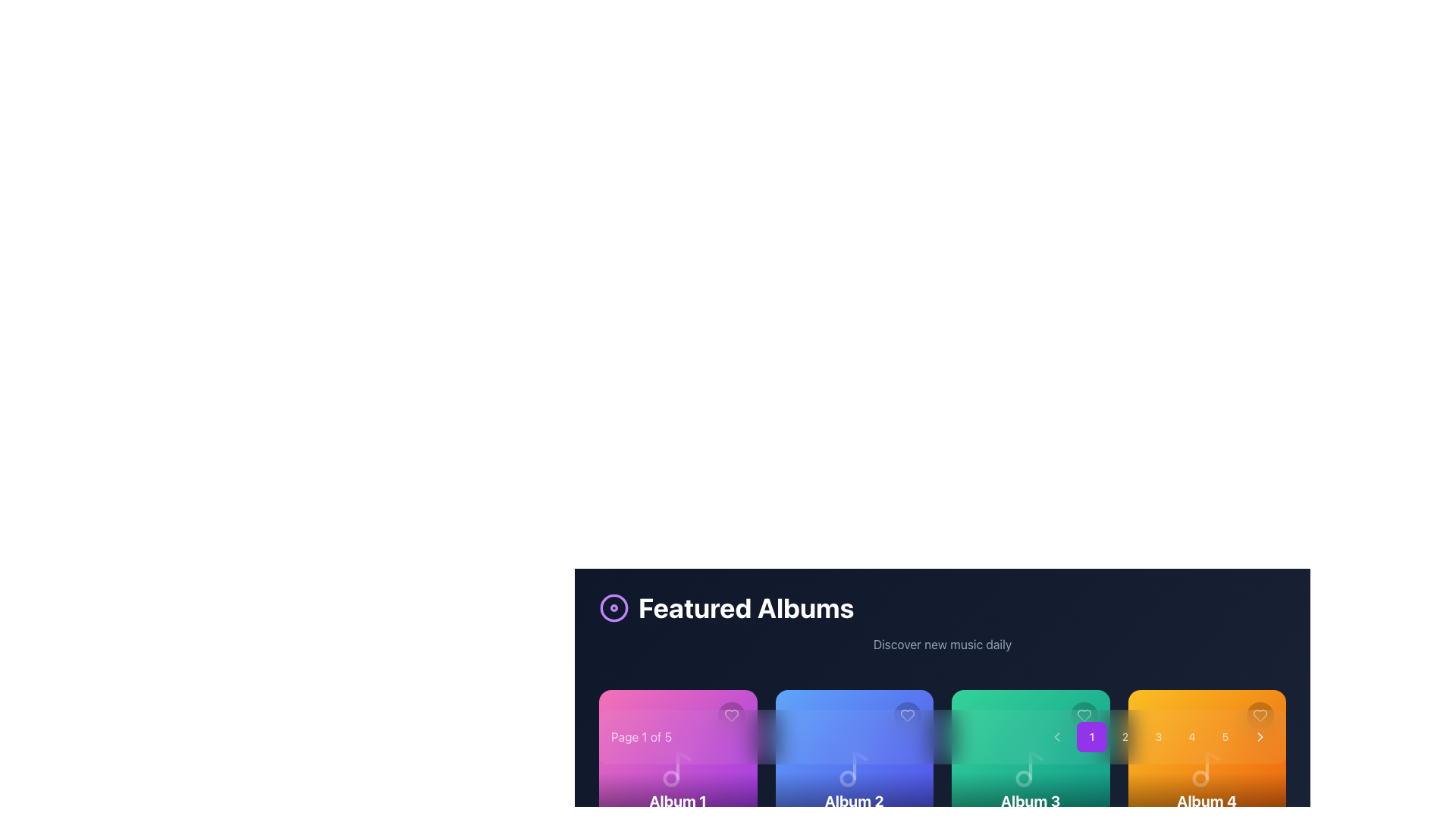  I want to click on the heart icon located in the upper-right corner of the orange-colored card within the 'Featured Albums' grid, so click(1260, 716).